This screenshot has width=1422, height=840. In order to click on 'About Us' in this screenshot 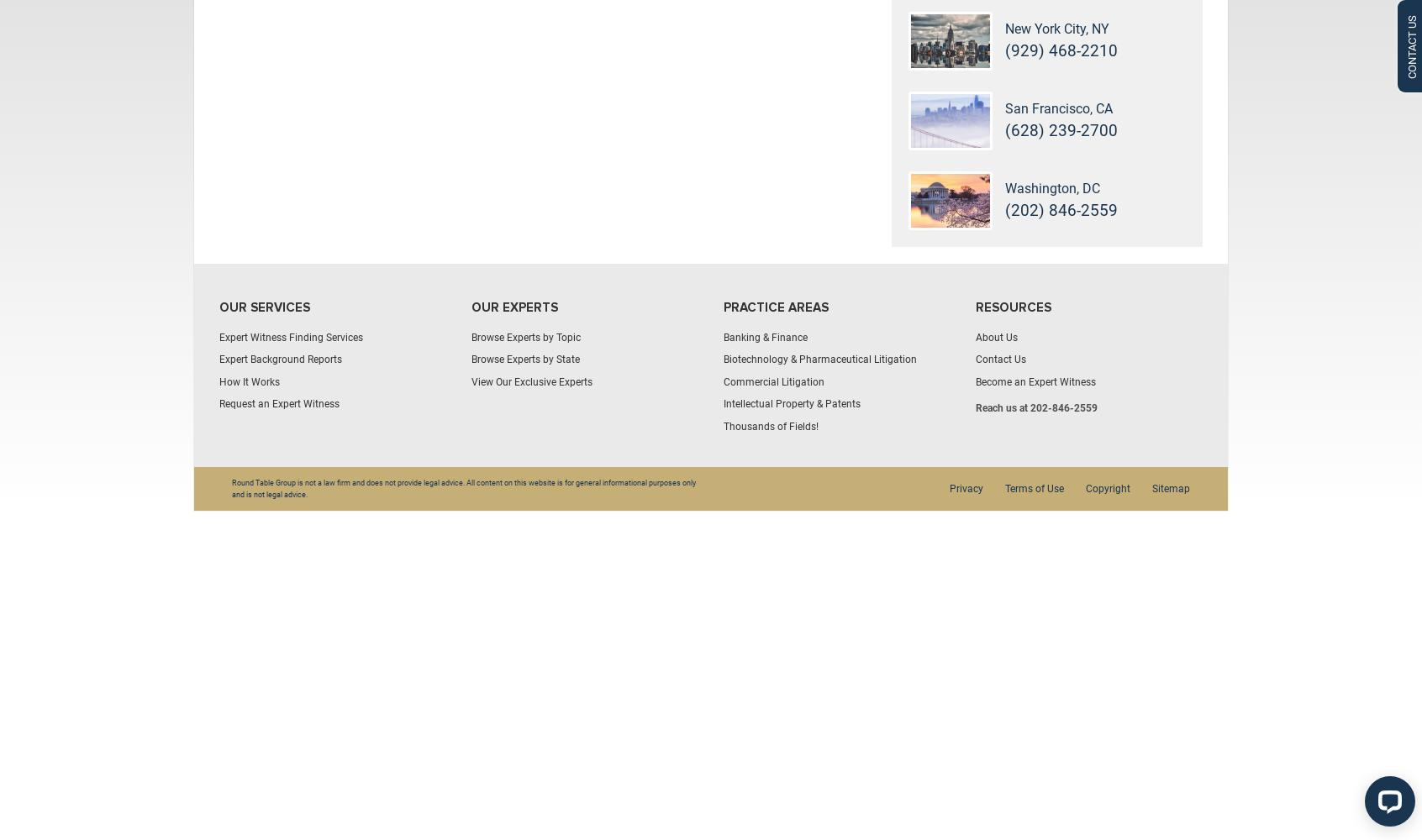, I will do `click(995, 337)`.